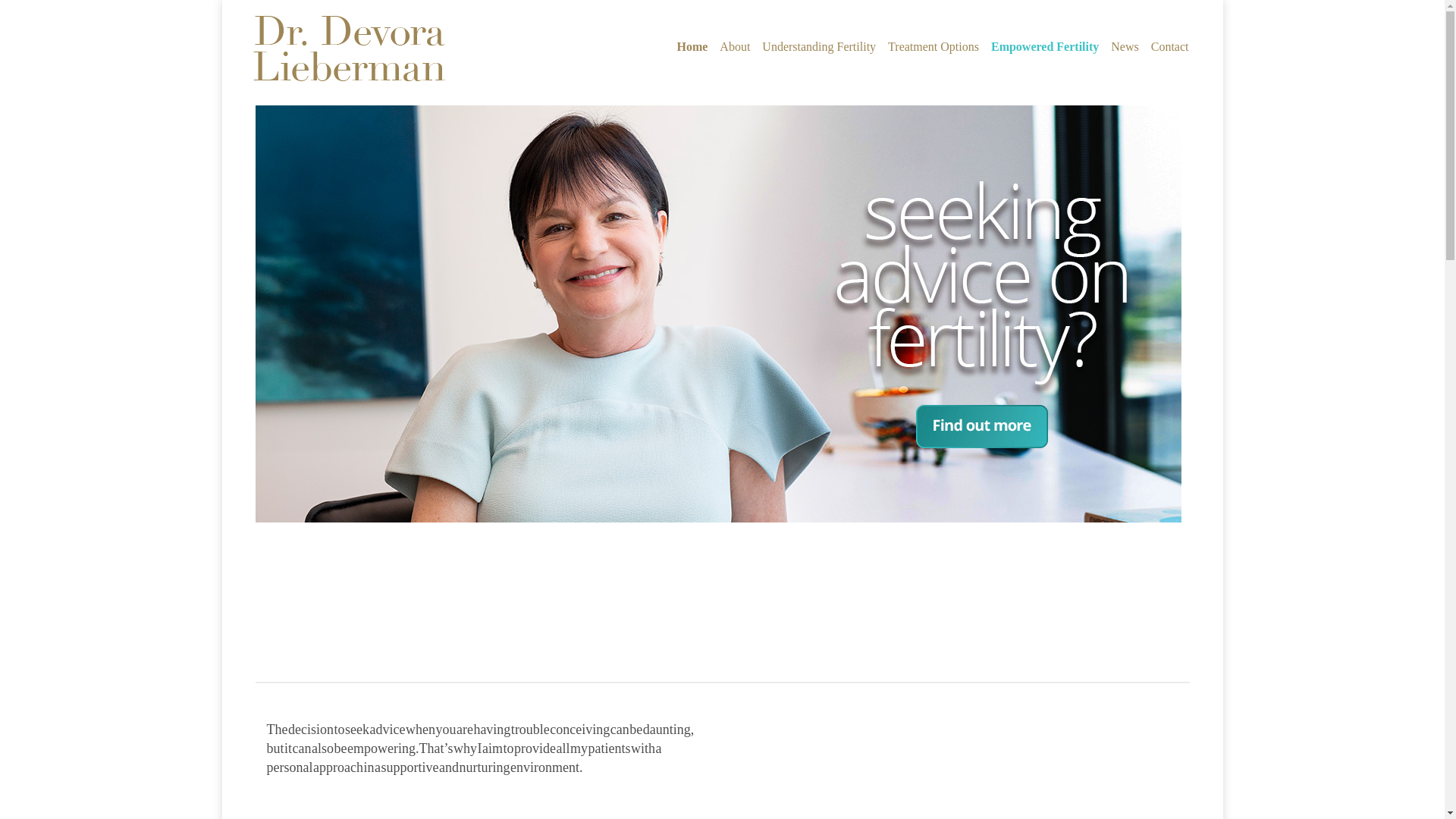  Describe the element at coordinates (1043, 46) in the screenshot. I see `'Empowered Fertility'` at that location.